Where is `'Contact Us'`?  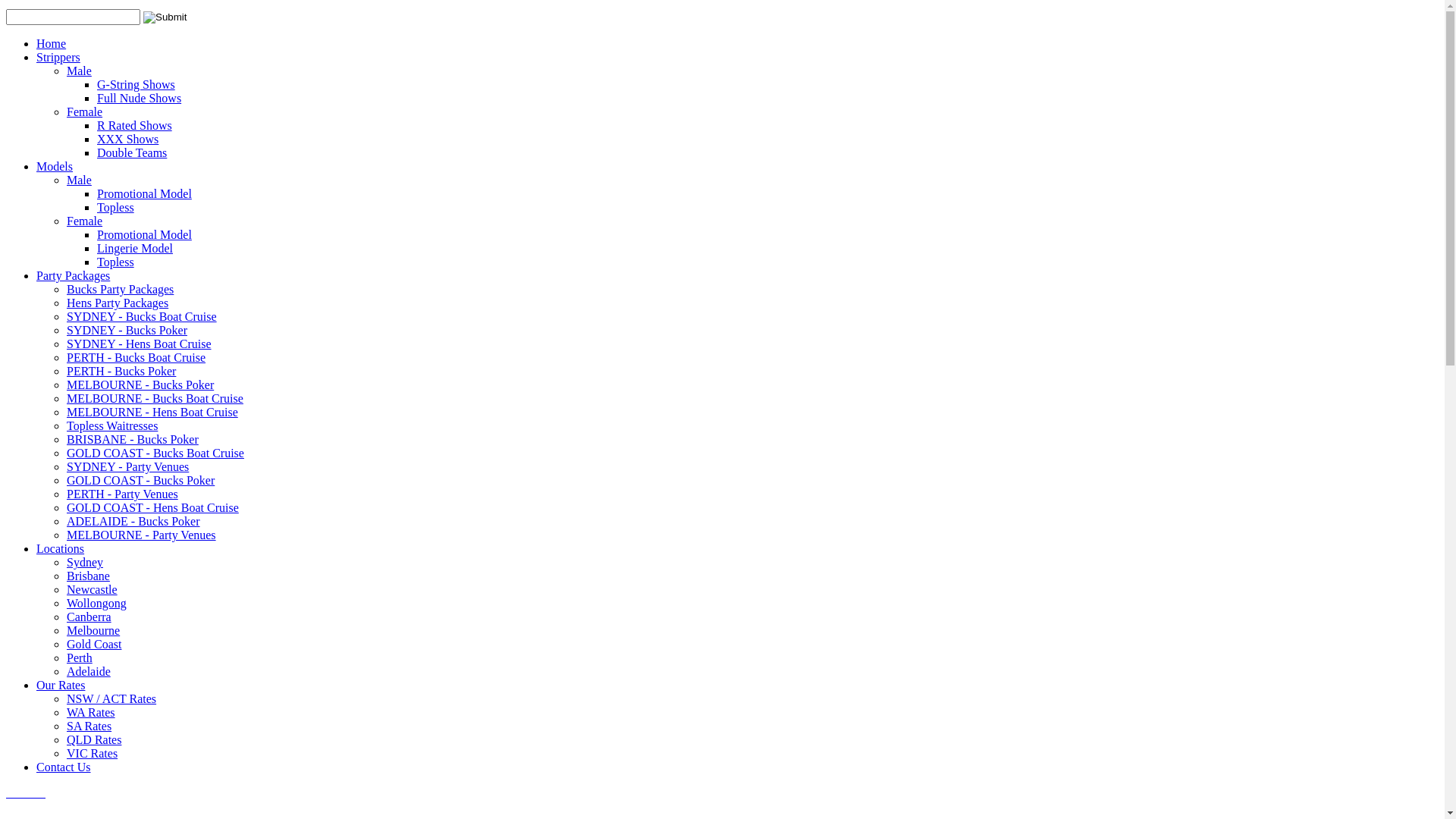 'Contact Us' is located at coordinates (62, 767).